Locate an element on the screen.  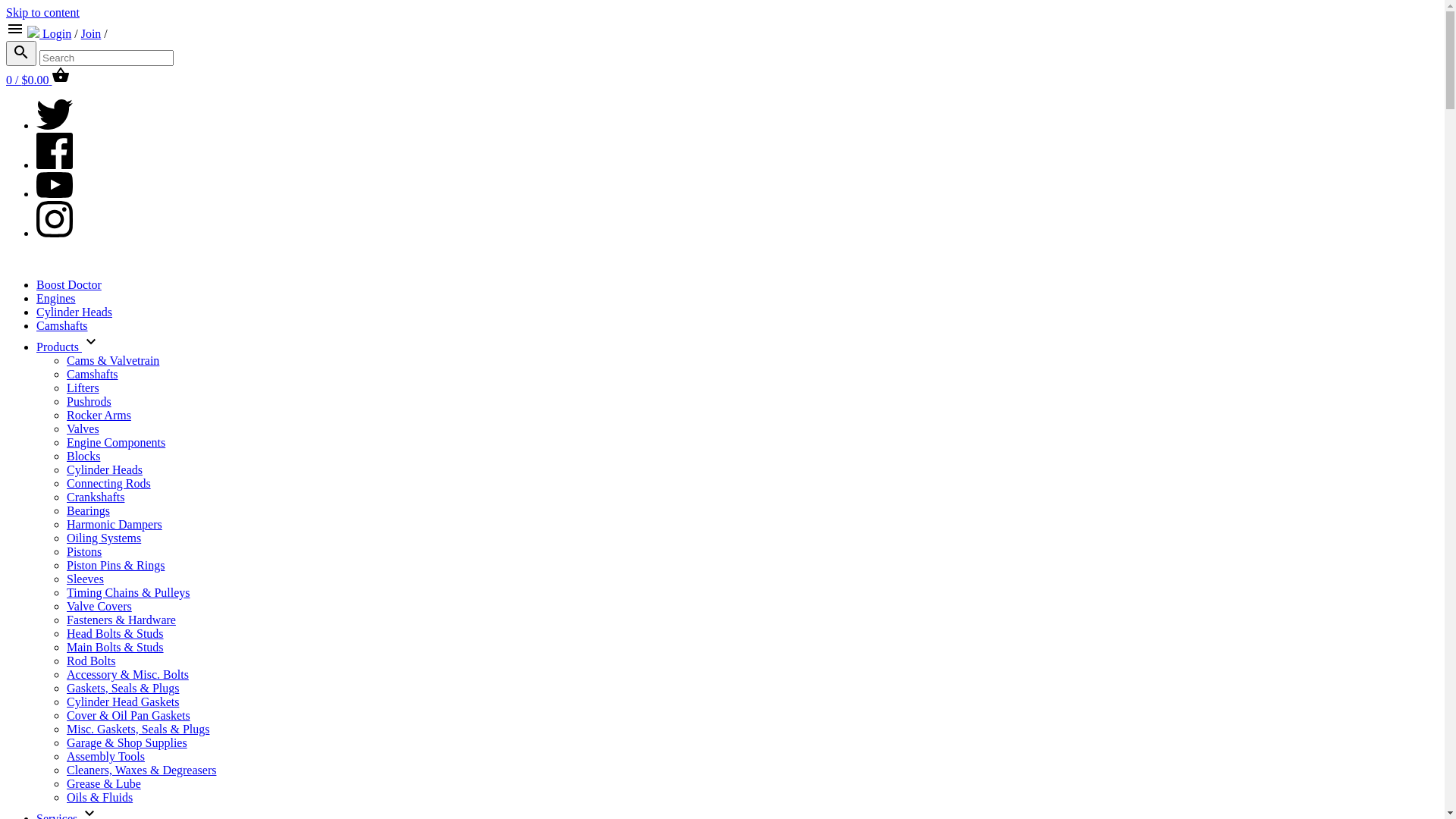
'Grease & Lube' is located at coordinates (103, 783).